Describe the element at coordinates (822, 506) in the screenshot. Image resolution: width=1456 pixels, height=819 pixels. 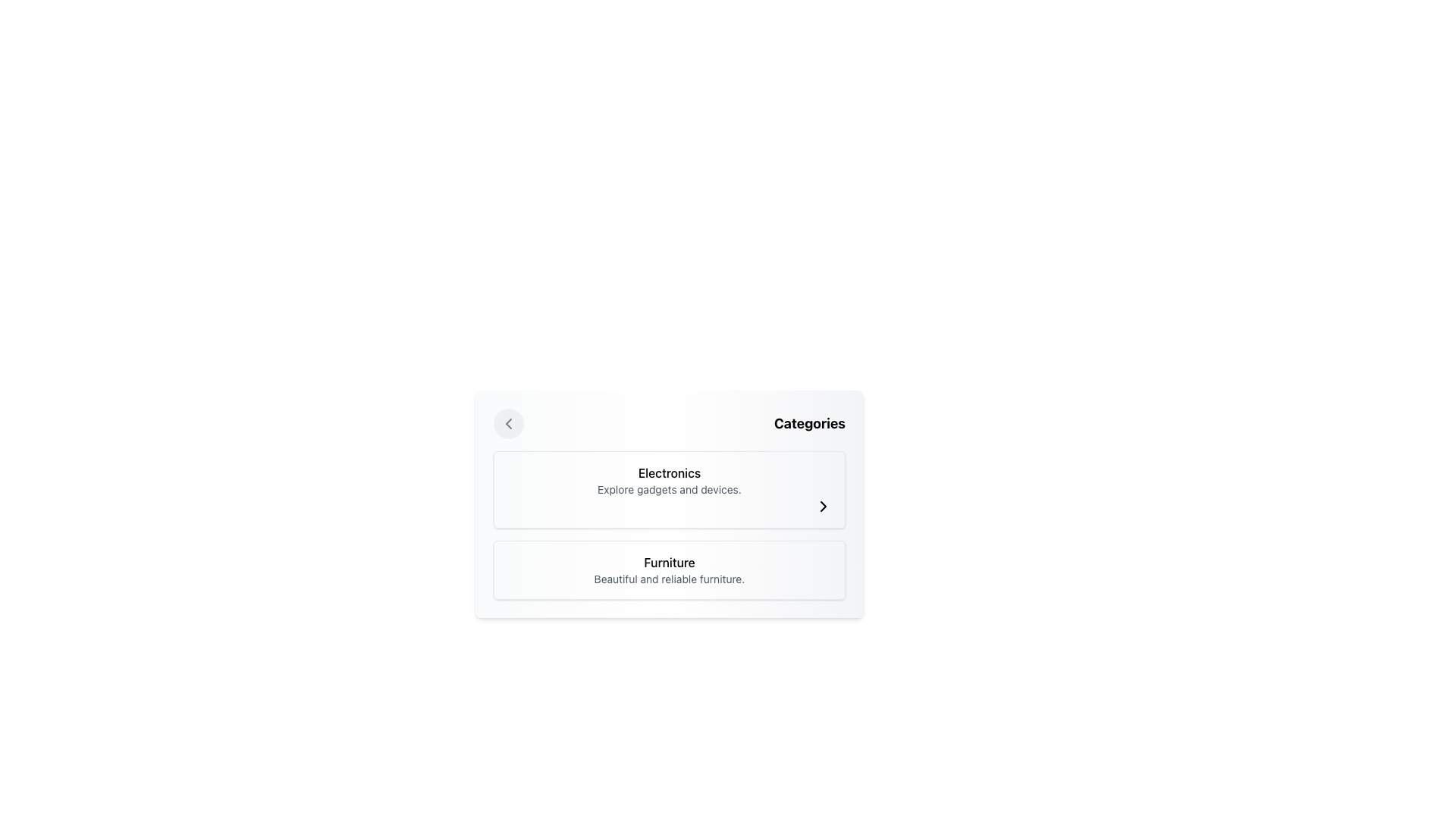
I see `the rightward-pointing chevron icon located at the far-right end of the 'Electronics' card` at that location.